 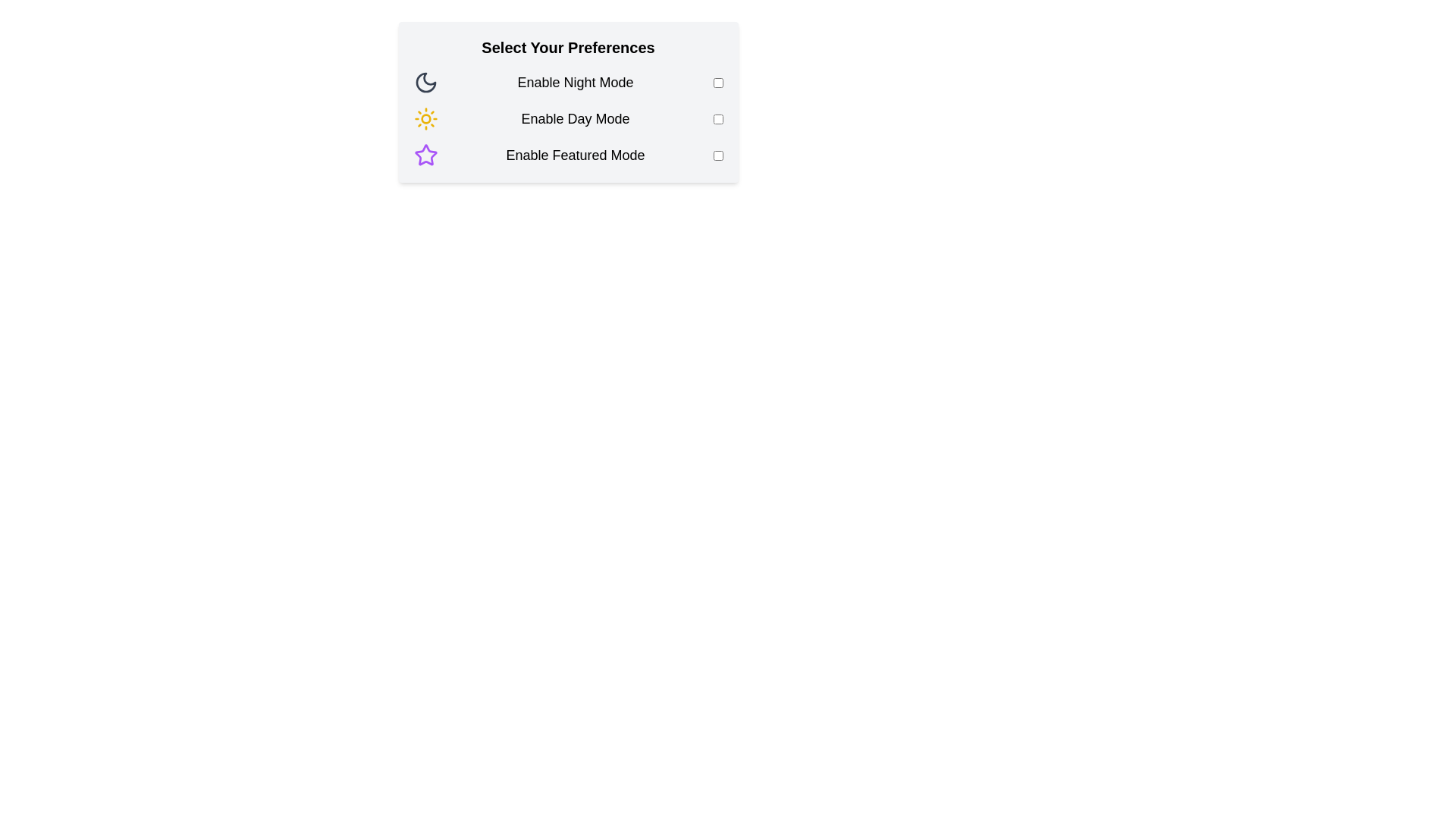 I want to click on text label that says 'Enable Night Mode', which is prominently styled and located in the first row of settings options, aligned with a moon icon and a checkbox, so click(x=574, y=82).